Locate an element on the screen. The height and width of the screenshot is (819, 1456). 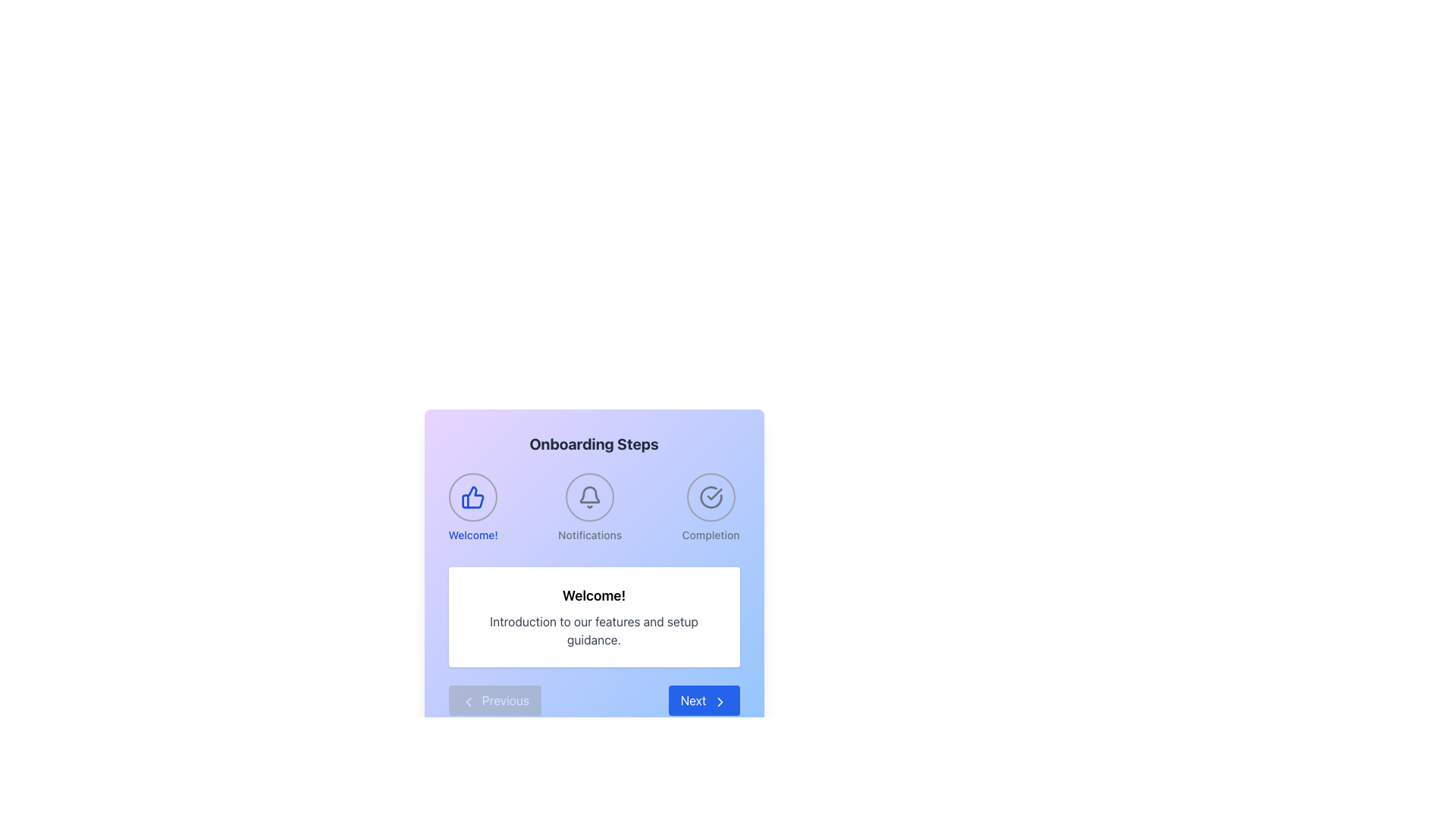
the curved segment of the SVG graphic located is located at coordinates (710, 497).